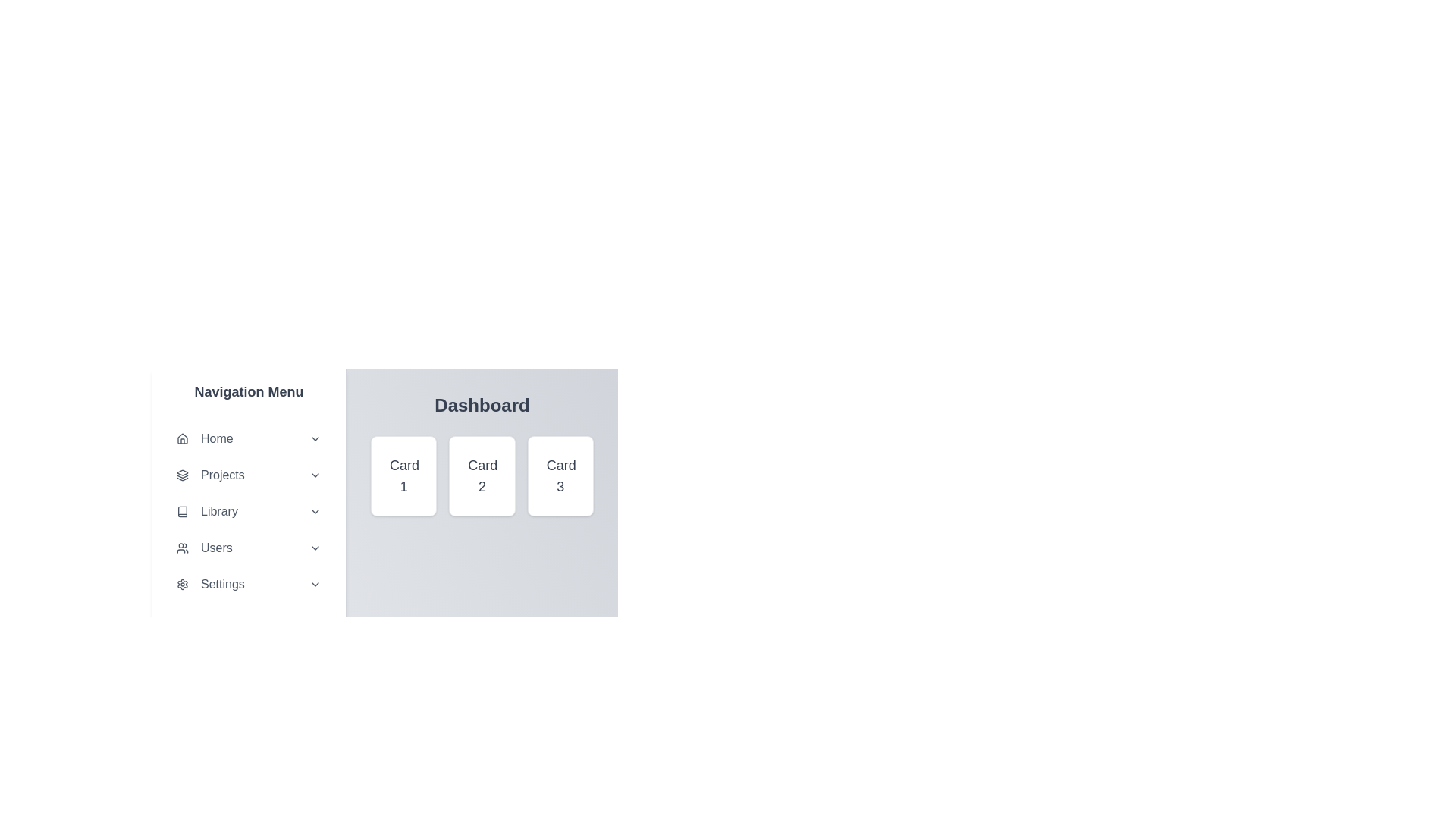 Image resolution: width=1456 pixels, height=819 pixels. What do you see at coordinates (182, 584) in the screenshot?
I see `the settings icon located in the navigation menu on the left side, positioned below the 'Users' menu item` at bounding box center [182, 584].